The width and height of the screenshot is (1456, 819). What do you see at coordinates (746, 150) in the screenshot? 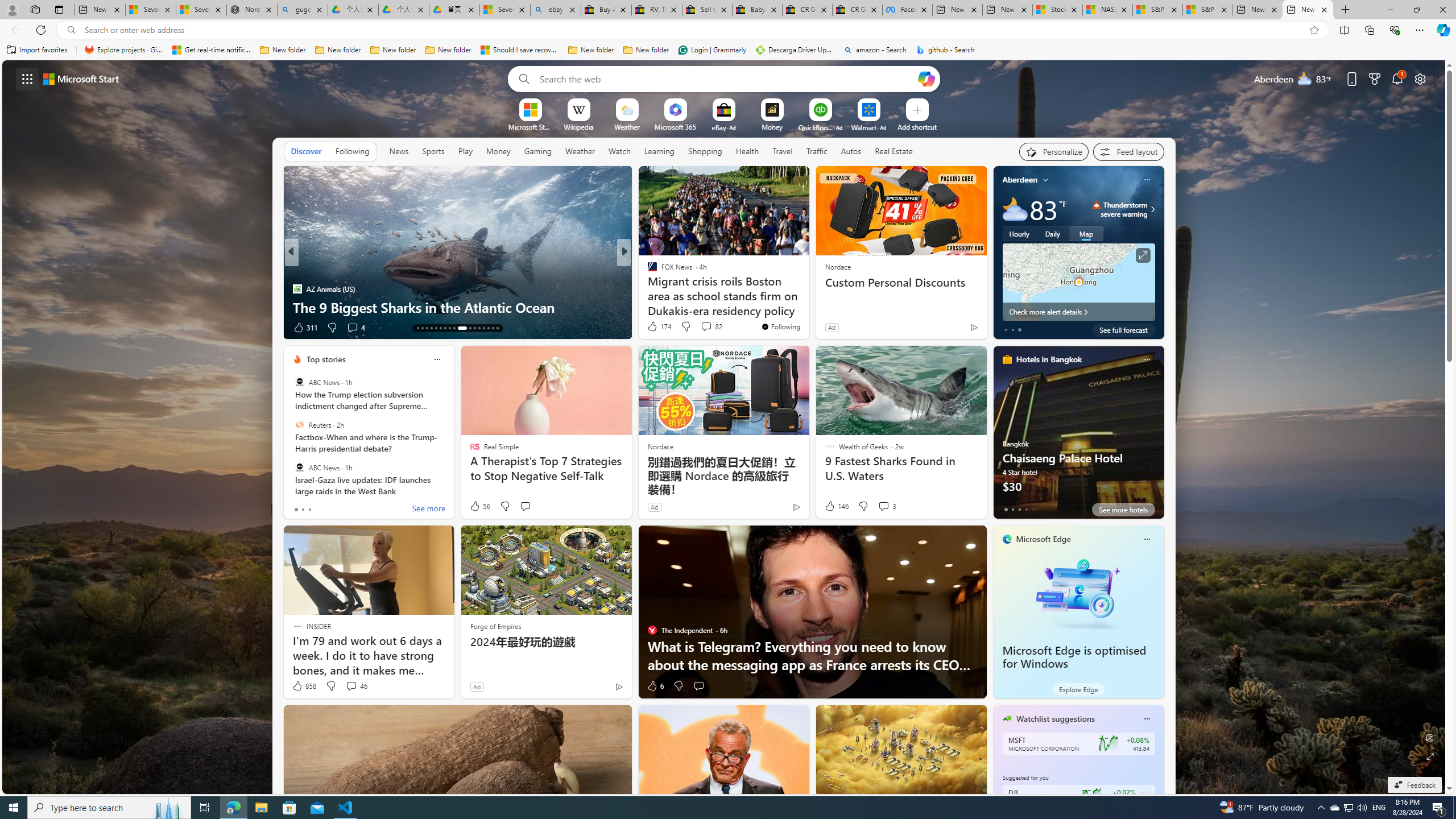
I see `'Health'` at bounding box center [746, 150].